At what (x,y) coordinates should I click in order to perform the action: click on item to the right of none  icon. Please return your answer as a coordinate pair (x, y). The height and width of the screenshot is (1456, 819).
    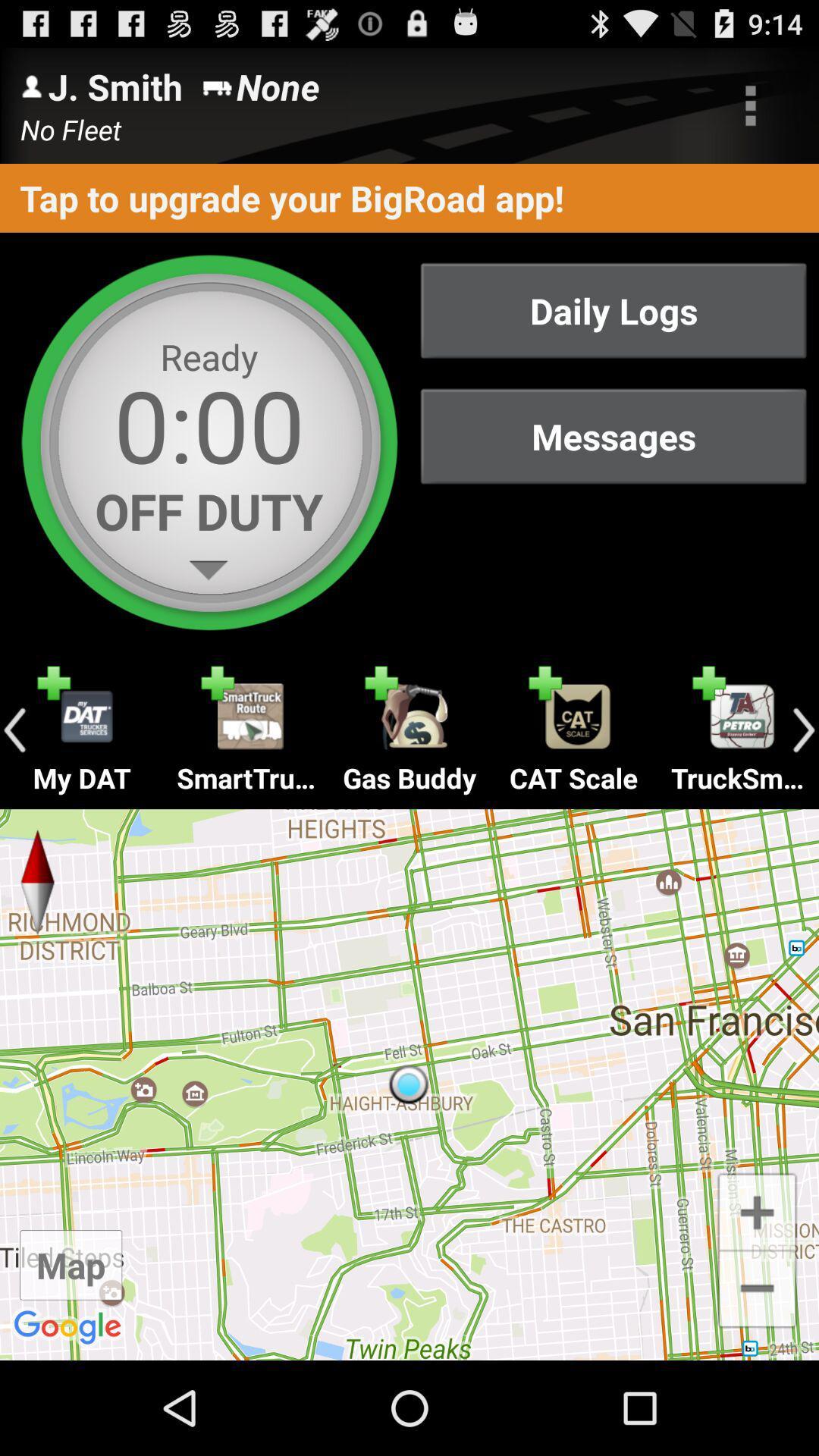
    Looking at the image, I should click on (751, 105).